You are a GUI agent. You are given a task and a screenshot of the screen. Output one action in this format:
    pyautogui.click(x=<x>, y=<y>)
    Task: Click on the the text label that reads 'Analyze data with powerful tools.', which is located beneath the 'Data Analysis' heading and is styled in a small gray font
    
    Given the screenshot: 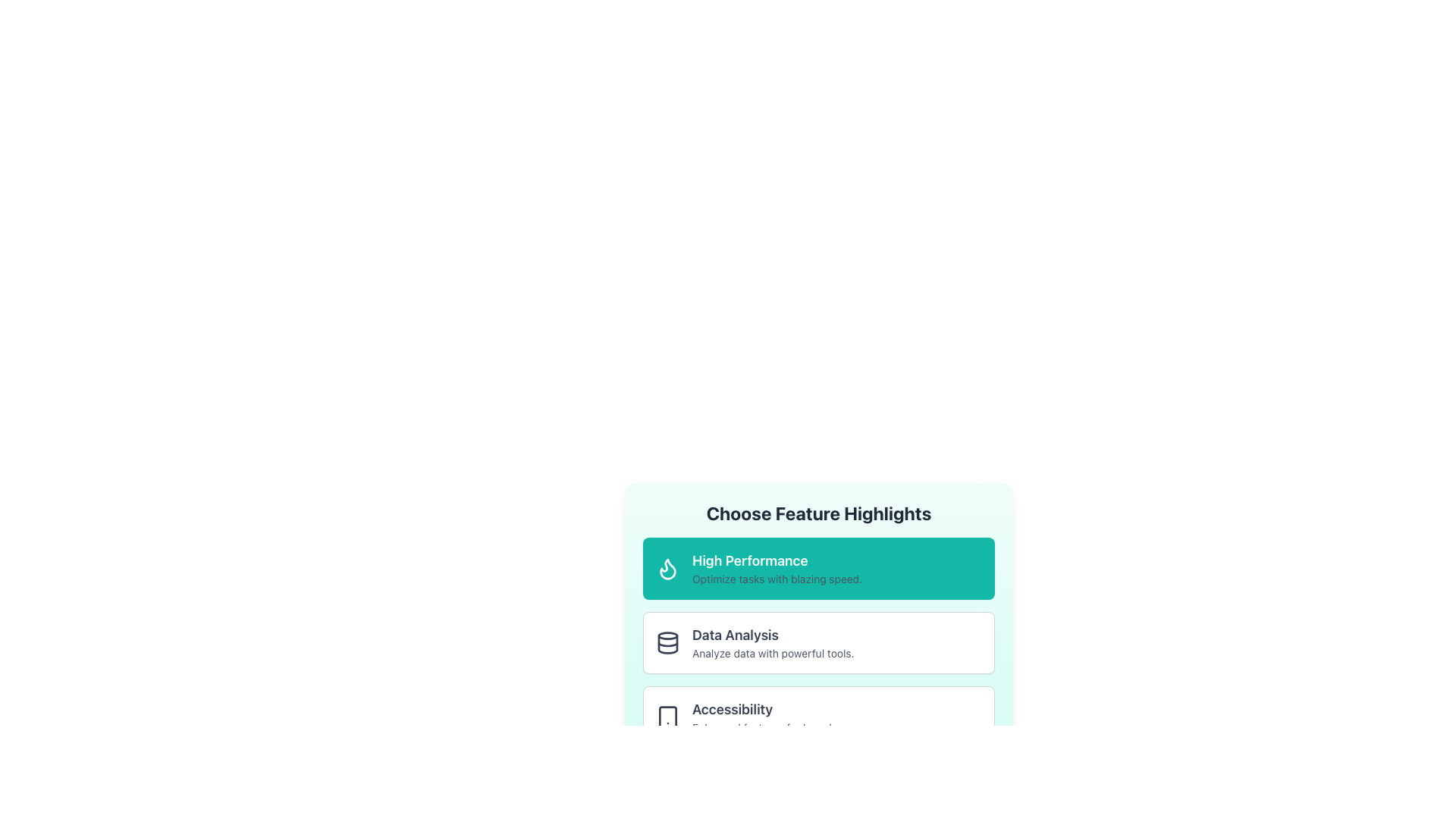 What is the action you would take?
    pyautogui.click(x=773, y=652)
    